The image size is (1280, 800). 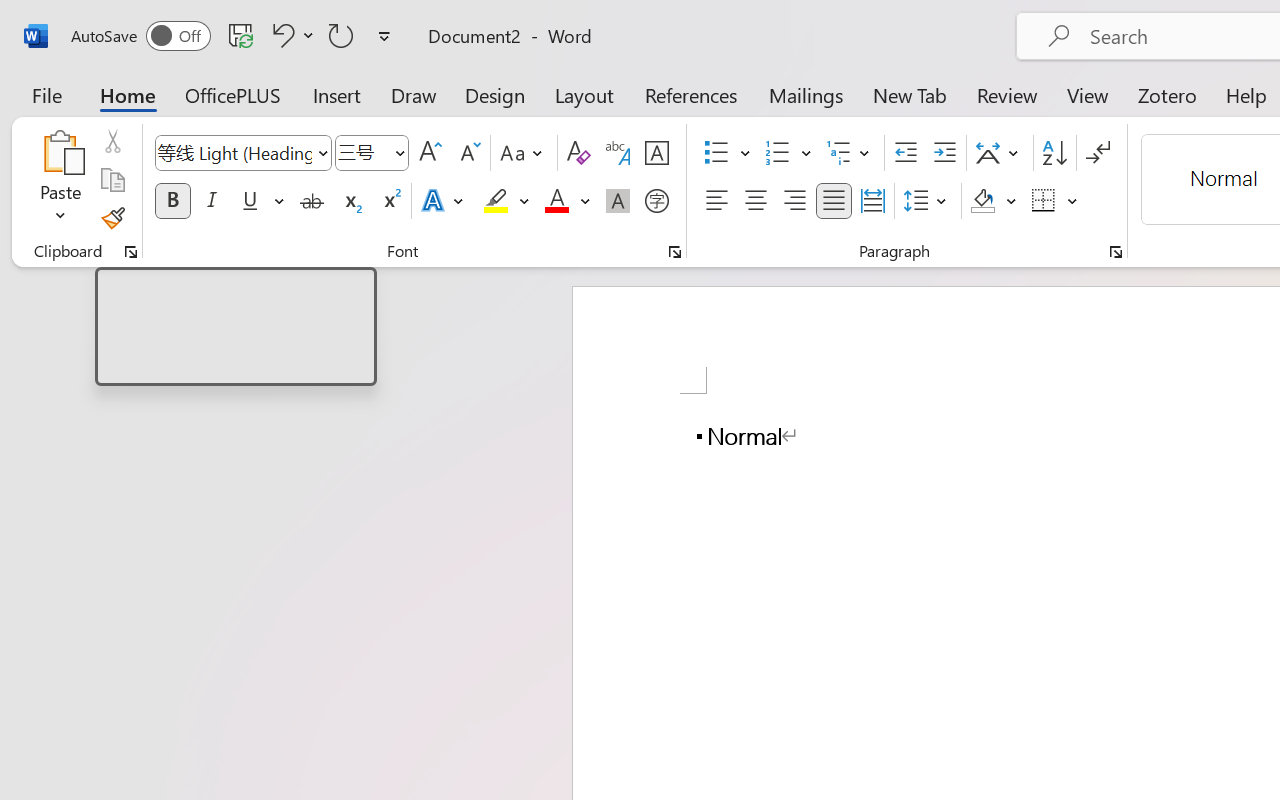 I want to click on 'Cut', so click(x=111, y=141).